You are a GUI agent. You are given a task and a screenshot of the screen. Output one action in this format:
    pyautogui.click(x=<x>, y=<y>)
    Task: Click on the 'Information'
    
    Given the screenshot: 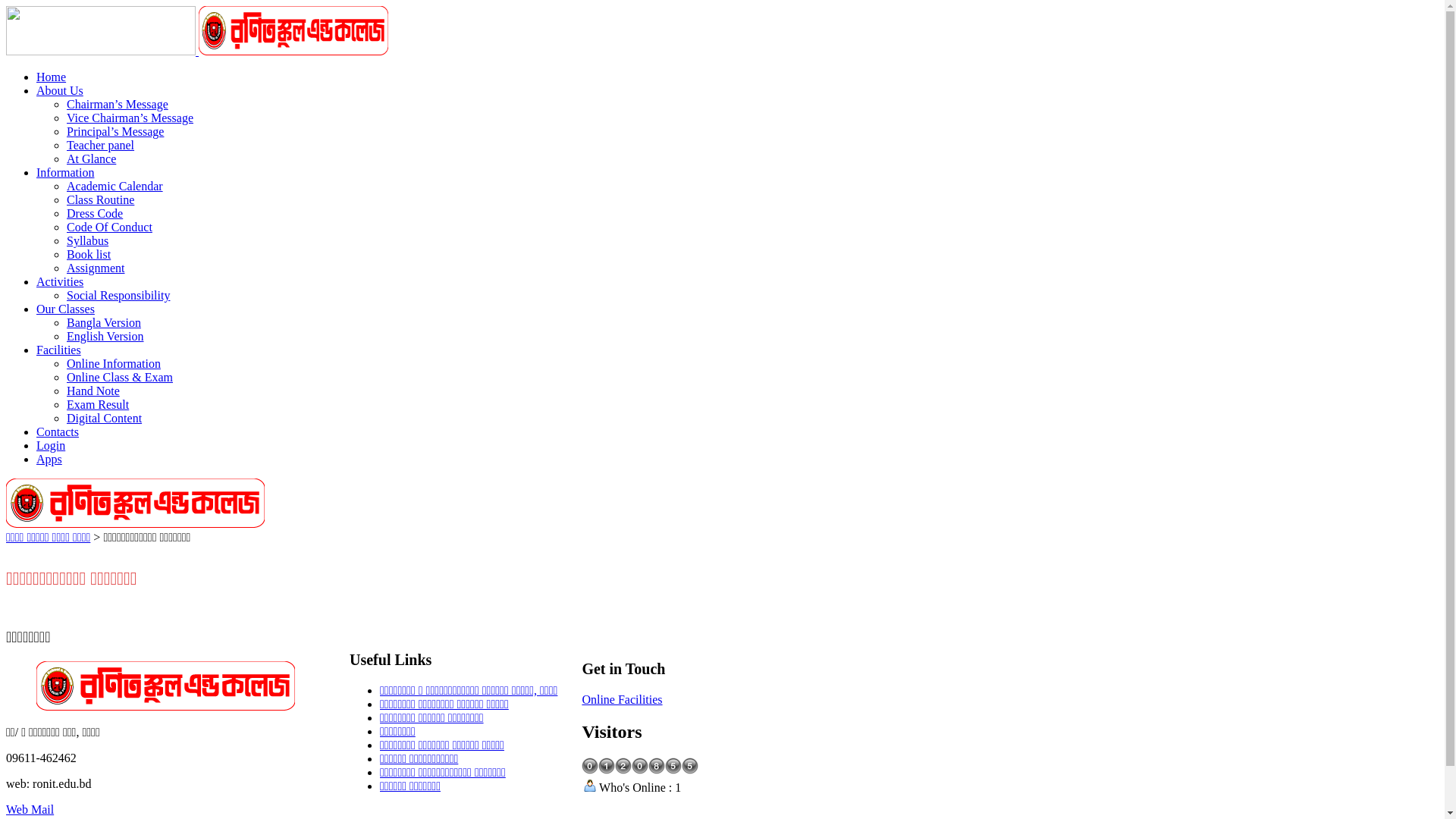 What is the action you would take?
    pyautogui.click(x=36, y=171)
    